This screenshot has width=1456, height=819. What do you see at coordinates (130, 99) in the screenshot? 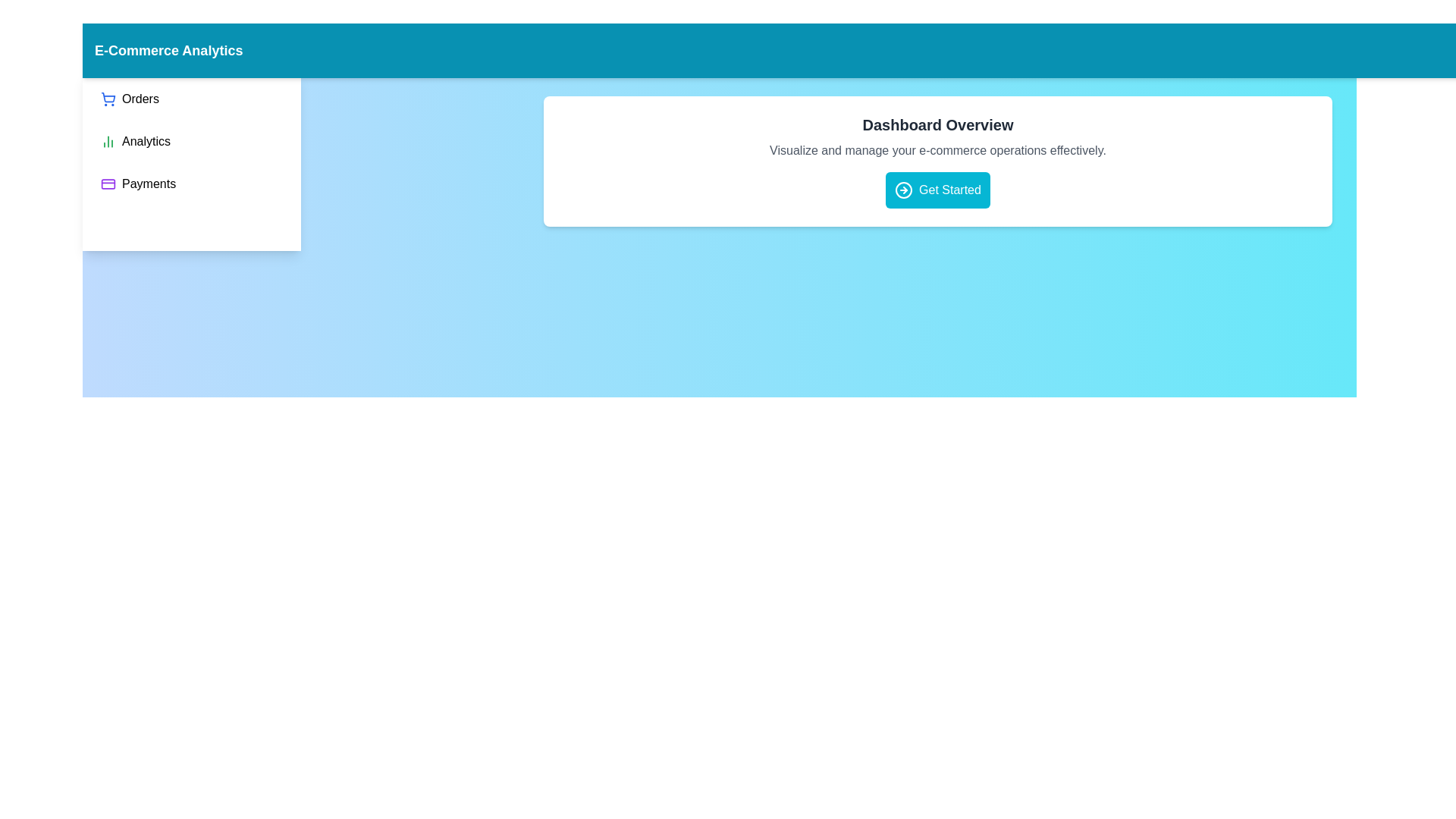
I see `the first item in the navigation menu located at the top of the sidebar` at bounding box center [130, 99].